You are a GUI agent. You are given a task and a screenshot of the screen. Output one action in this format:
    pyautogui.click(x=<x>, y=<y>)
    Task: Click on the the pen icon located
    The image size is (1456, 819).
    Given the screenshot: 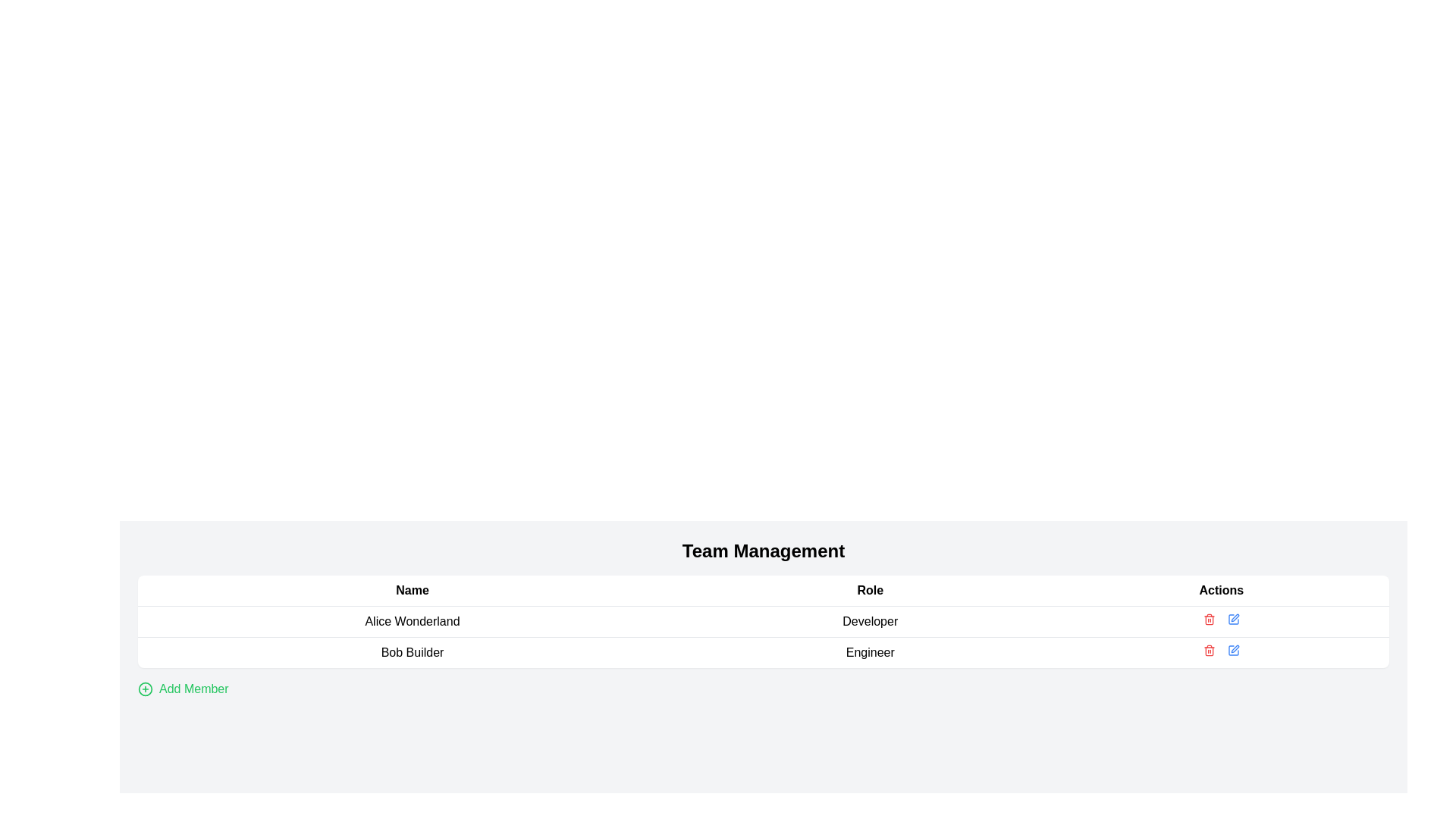 What is the action you would take?
    pyautogui.click(x=1235, y=617)
    